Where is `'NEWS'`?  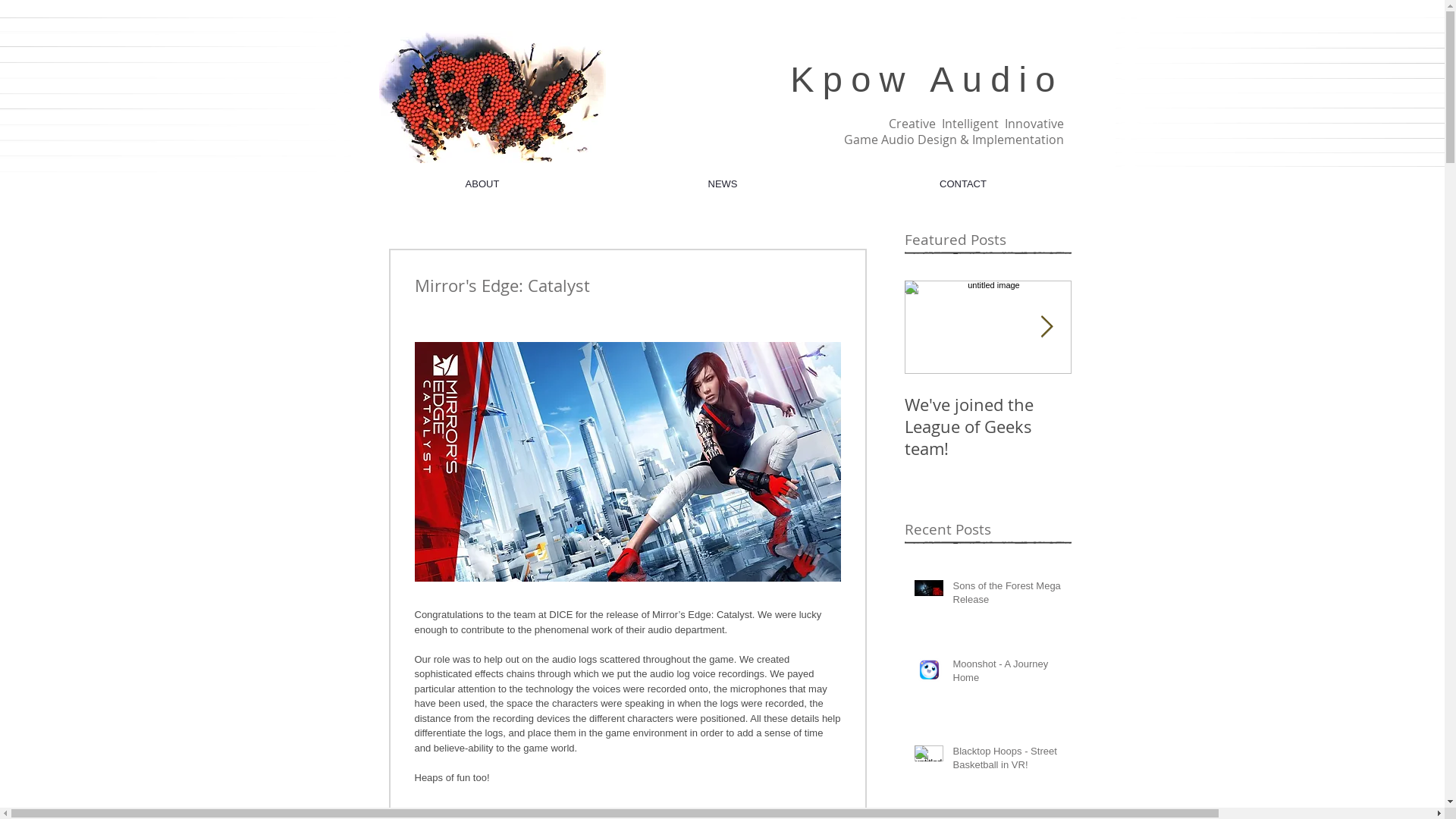
'NEWS' is located at coordinates (721, 183).